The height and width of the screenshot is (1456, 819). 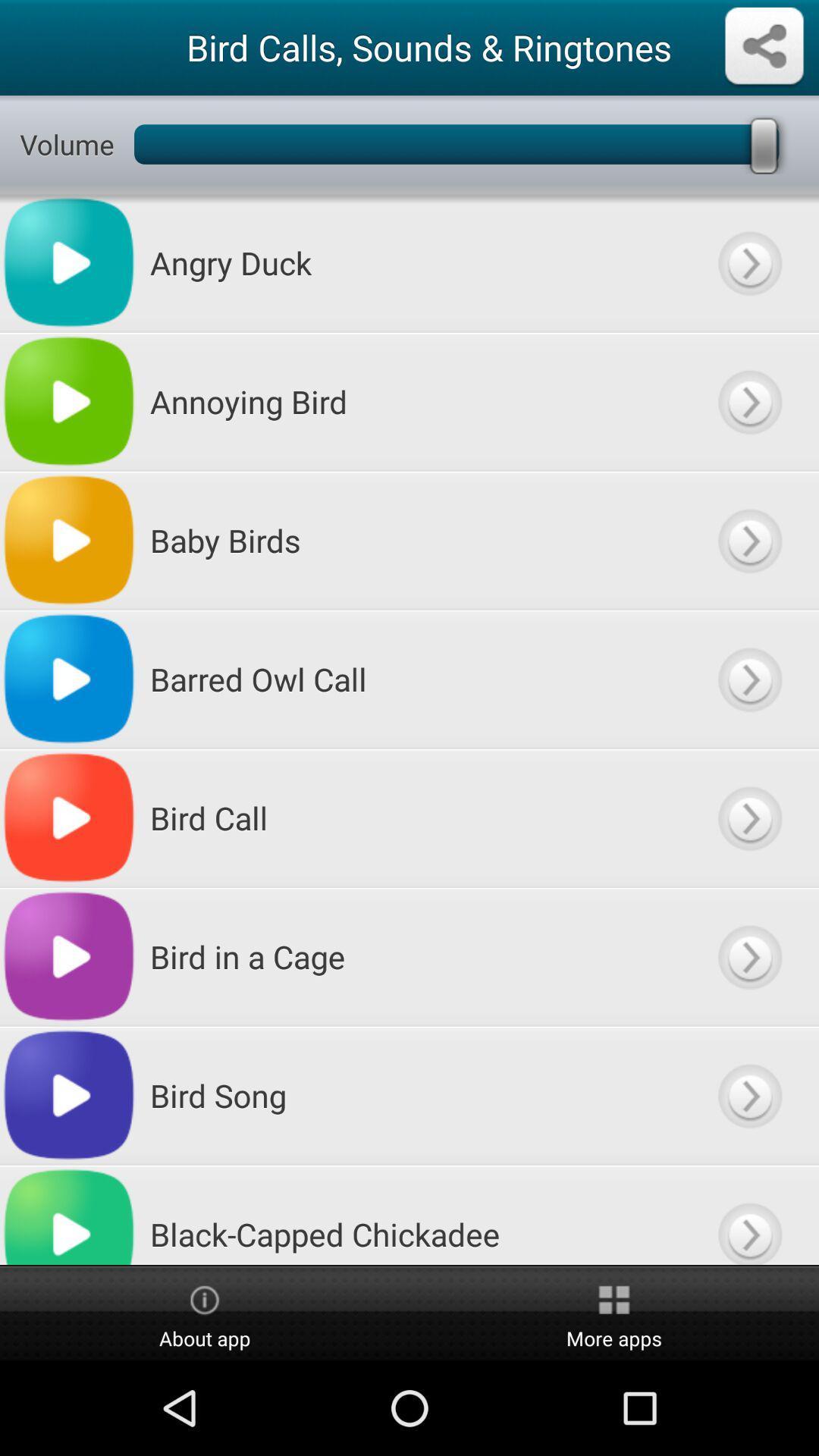 What do you see at coordinates (764, 47) in the screenshot?
I see `share option` at bounding box center [764, 47].